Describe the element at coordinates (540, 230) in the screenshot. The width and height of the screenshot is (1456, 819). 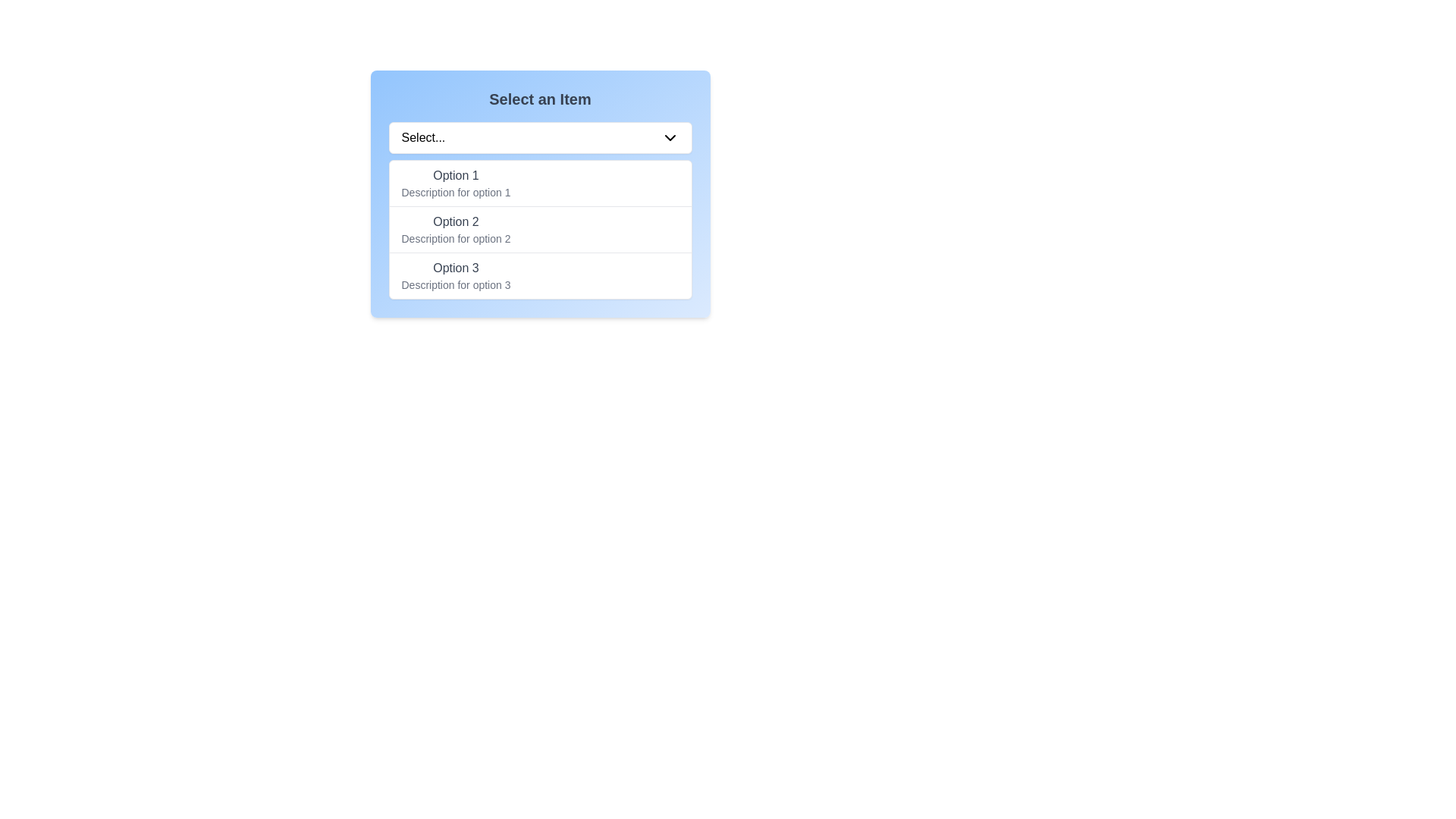
I see `the dropdown menu containing multiple selectable options, which is located below the 'Select...' dropdown and is the second in the list of similar elements` at that location.